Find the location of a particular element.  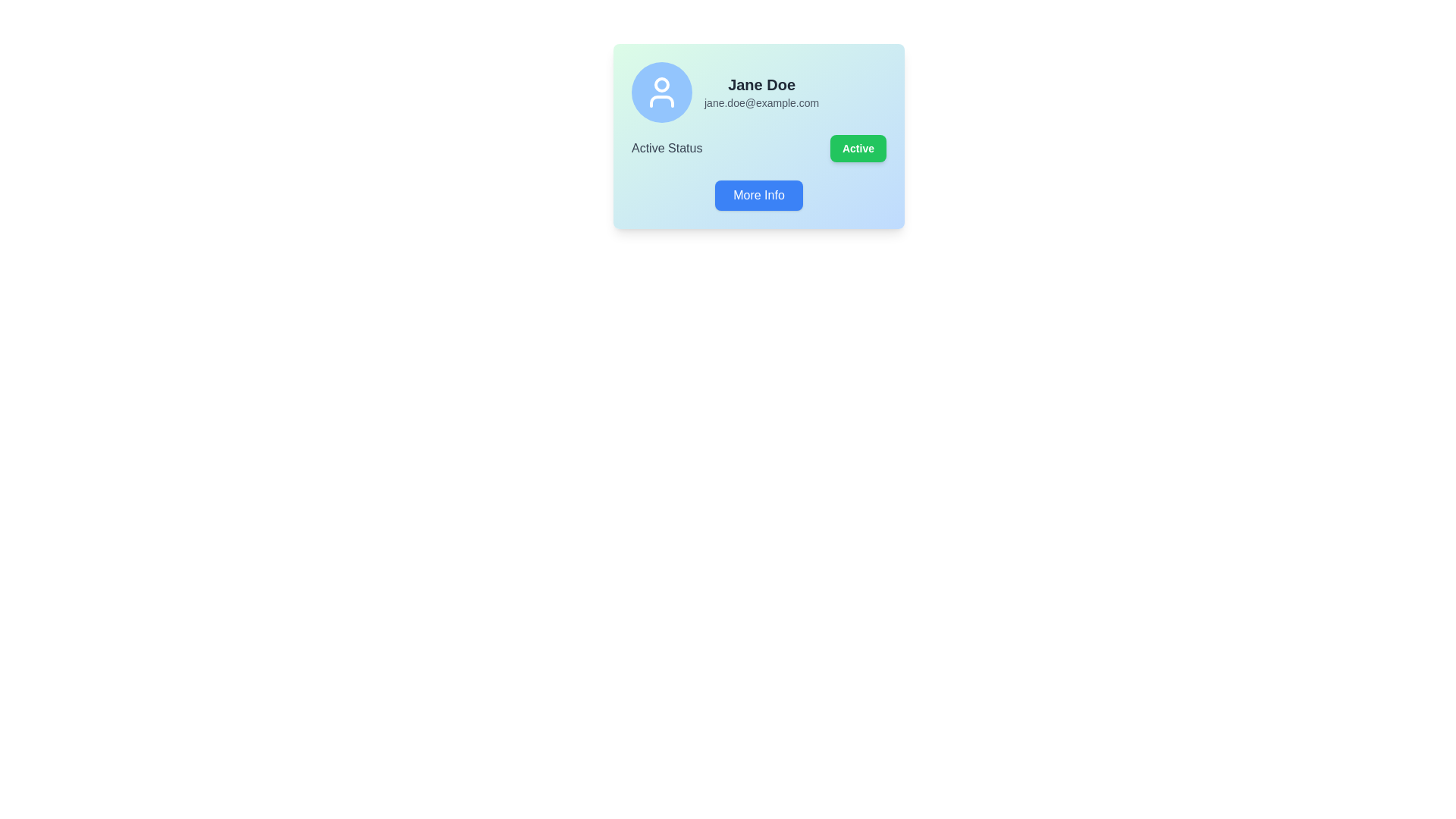

the text label displaying the user's name 'Jane Doe', located in the upper middle portion of the user information card is located at coordinates (761, 84).